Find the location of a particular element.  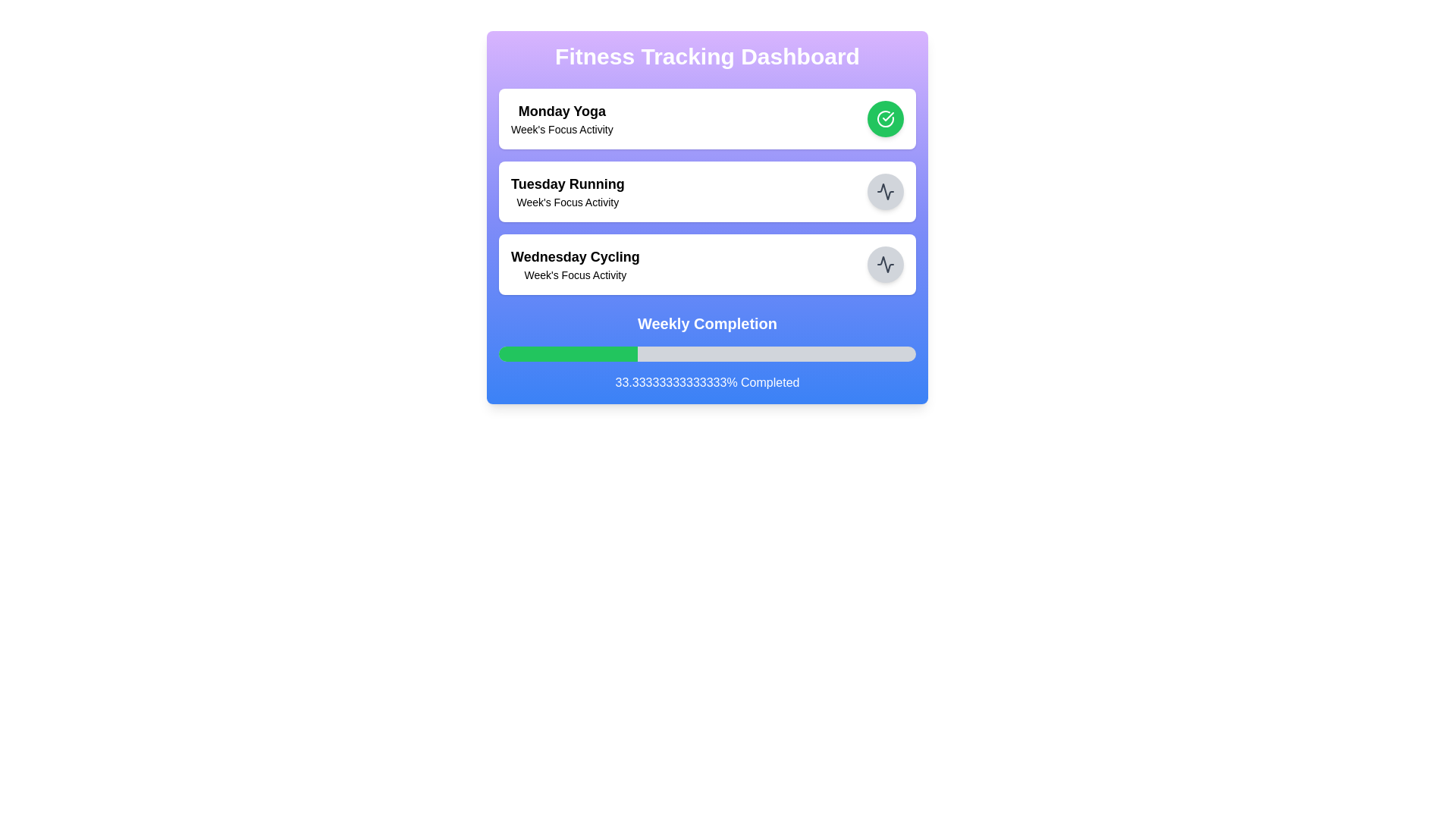

information about the 'Monday Yoga' activity displayed in the first card of the vertical stack on the Fitness Tracking Dashboard is located at coordinates (561, 118).